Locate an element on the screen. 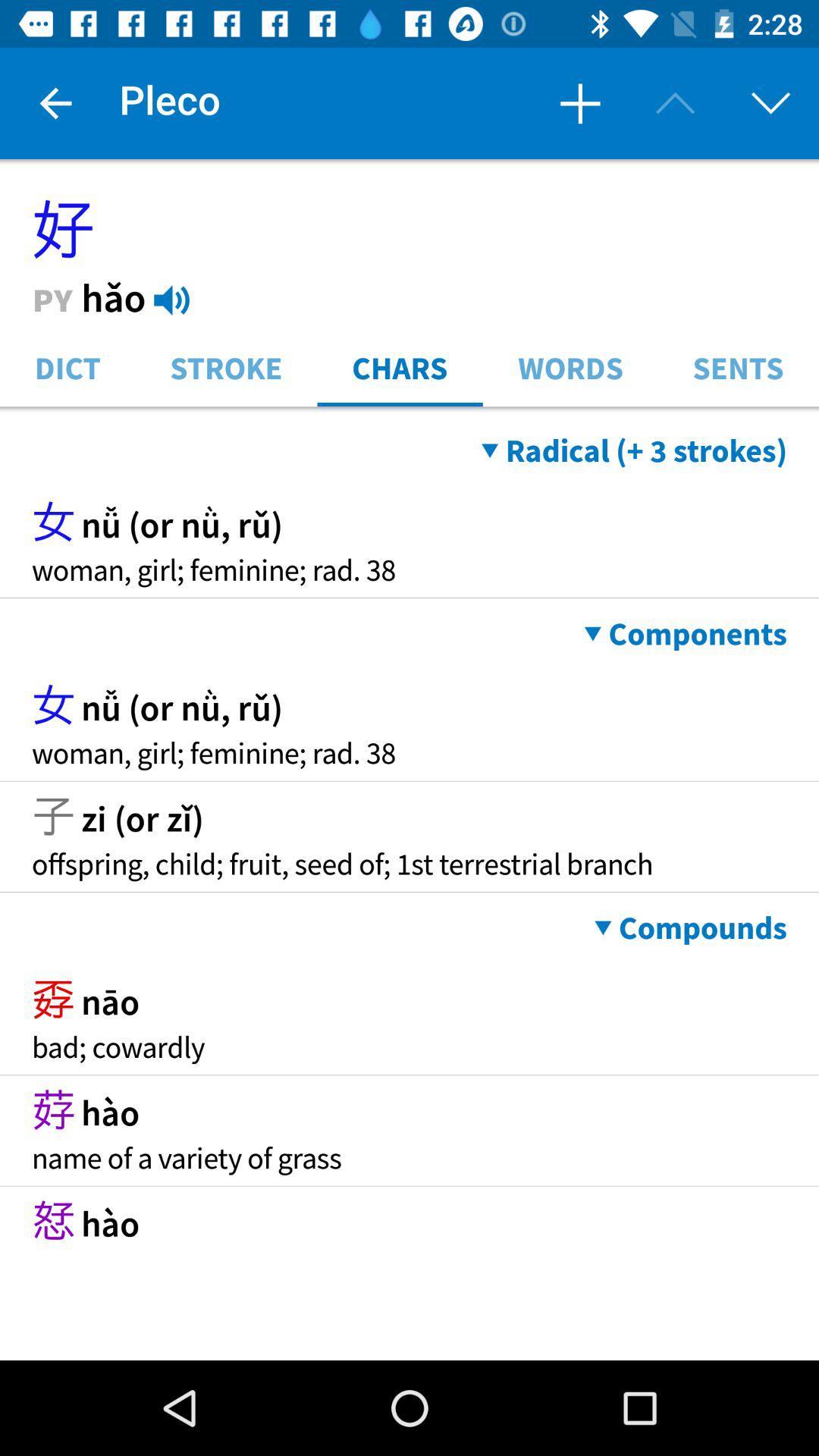  the item next to the sents is located at coordinates (570, 366).